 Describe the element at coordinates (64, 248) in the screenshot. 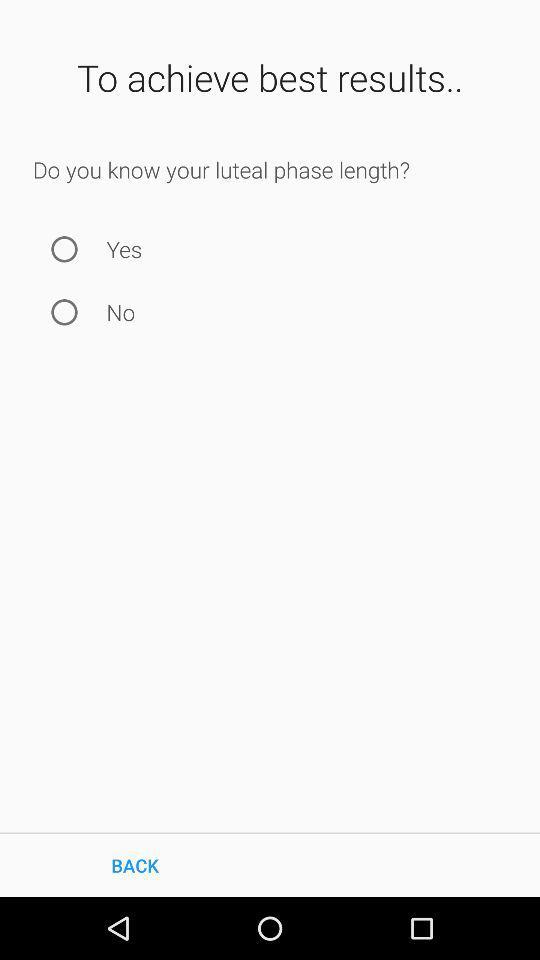

I see `the icon next to the yes icon` at that location.